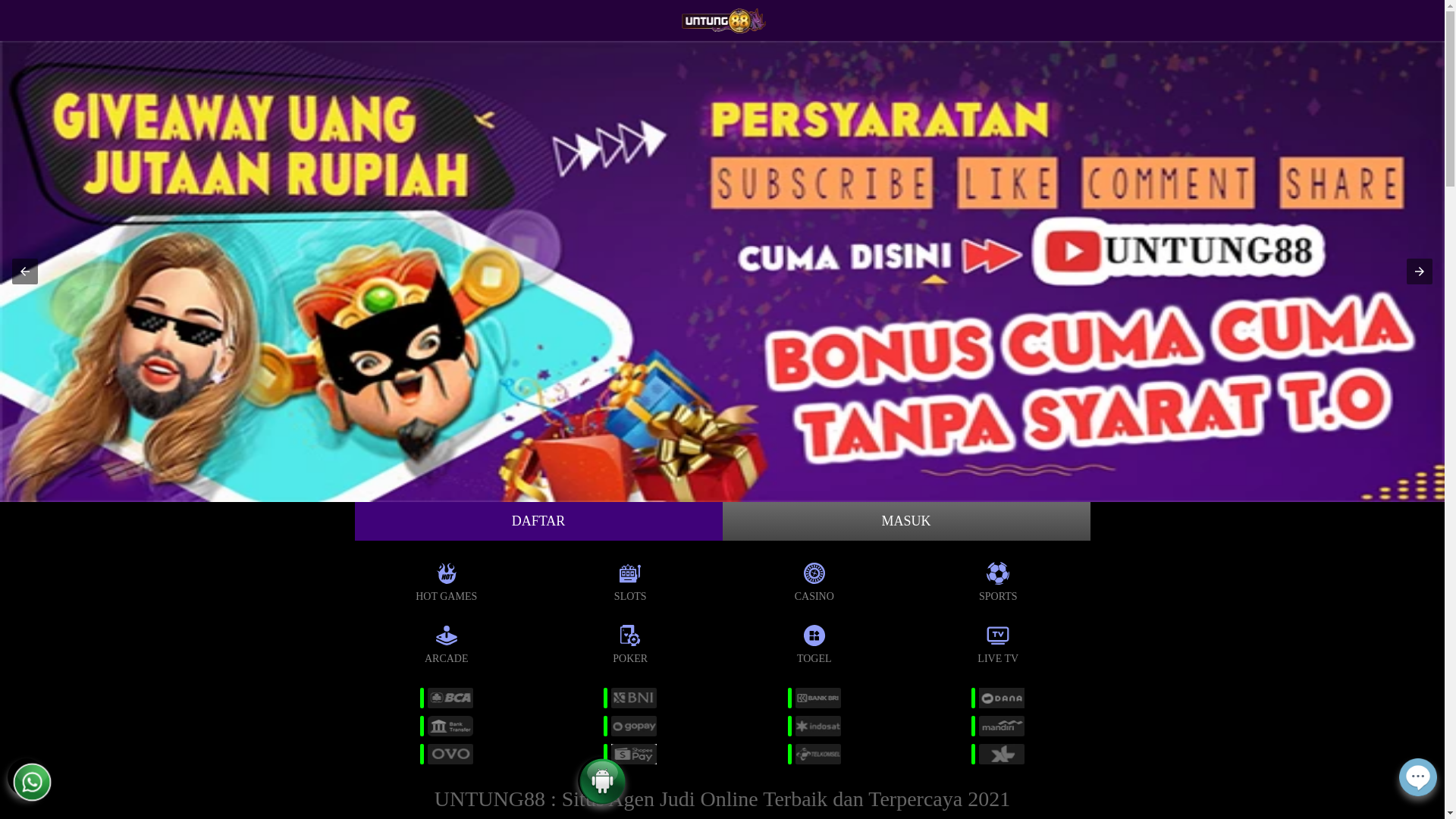 The width and height of the screenshot is (1456, 819). Describe the element at coordinates (25, 271) in the screenshot. I see `'Previous item in carousel (2 of 3)'` at that location.